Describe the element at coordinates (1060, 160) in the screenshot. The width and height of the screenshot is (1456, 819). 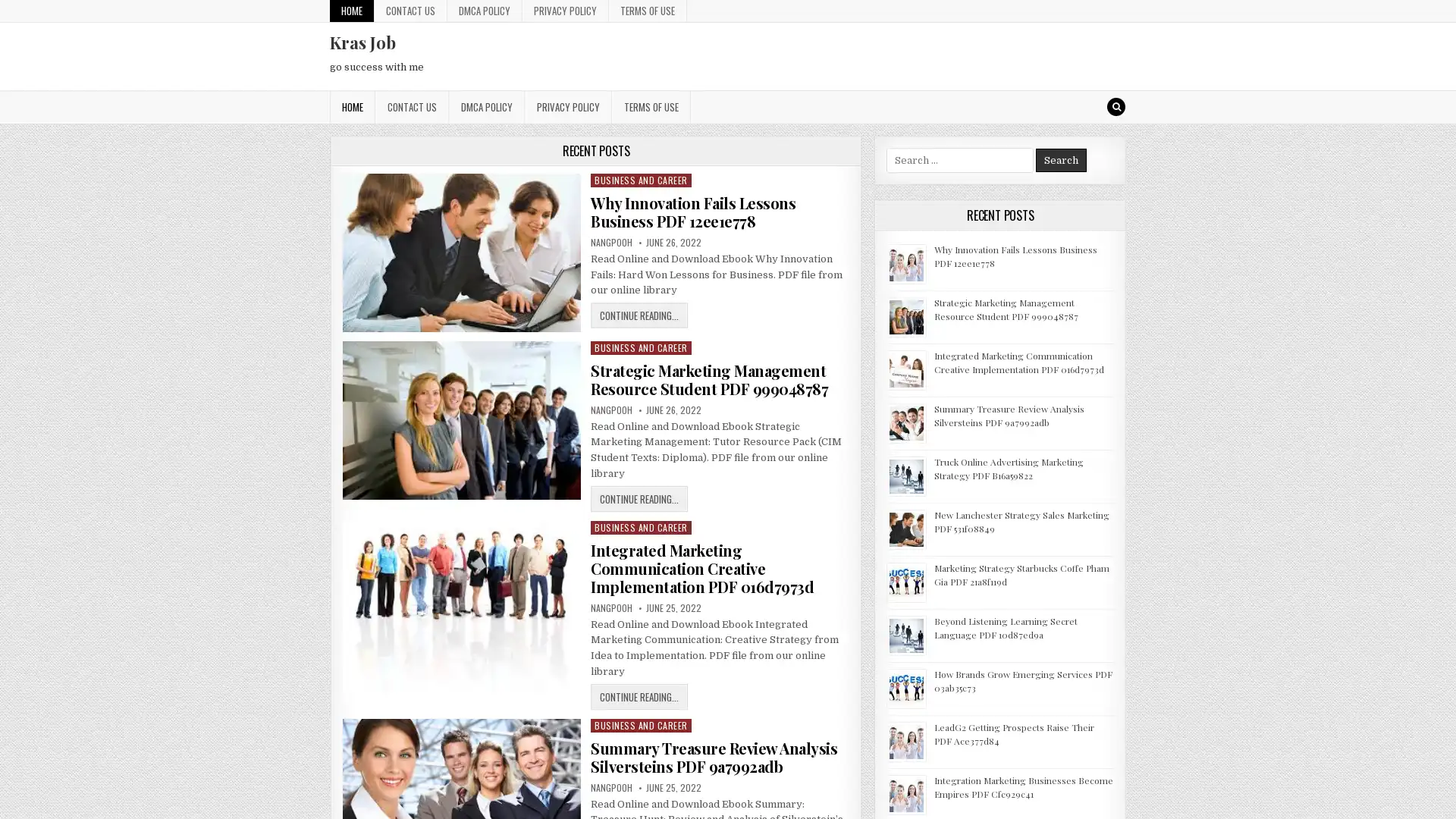
I see `Search` at that location.